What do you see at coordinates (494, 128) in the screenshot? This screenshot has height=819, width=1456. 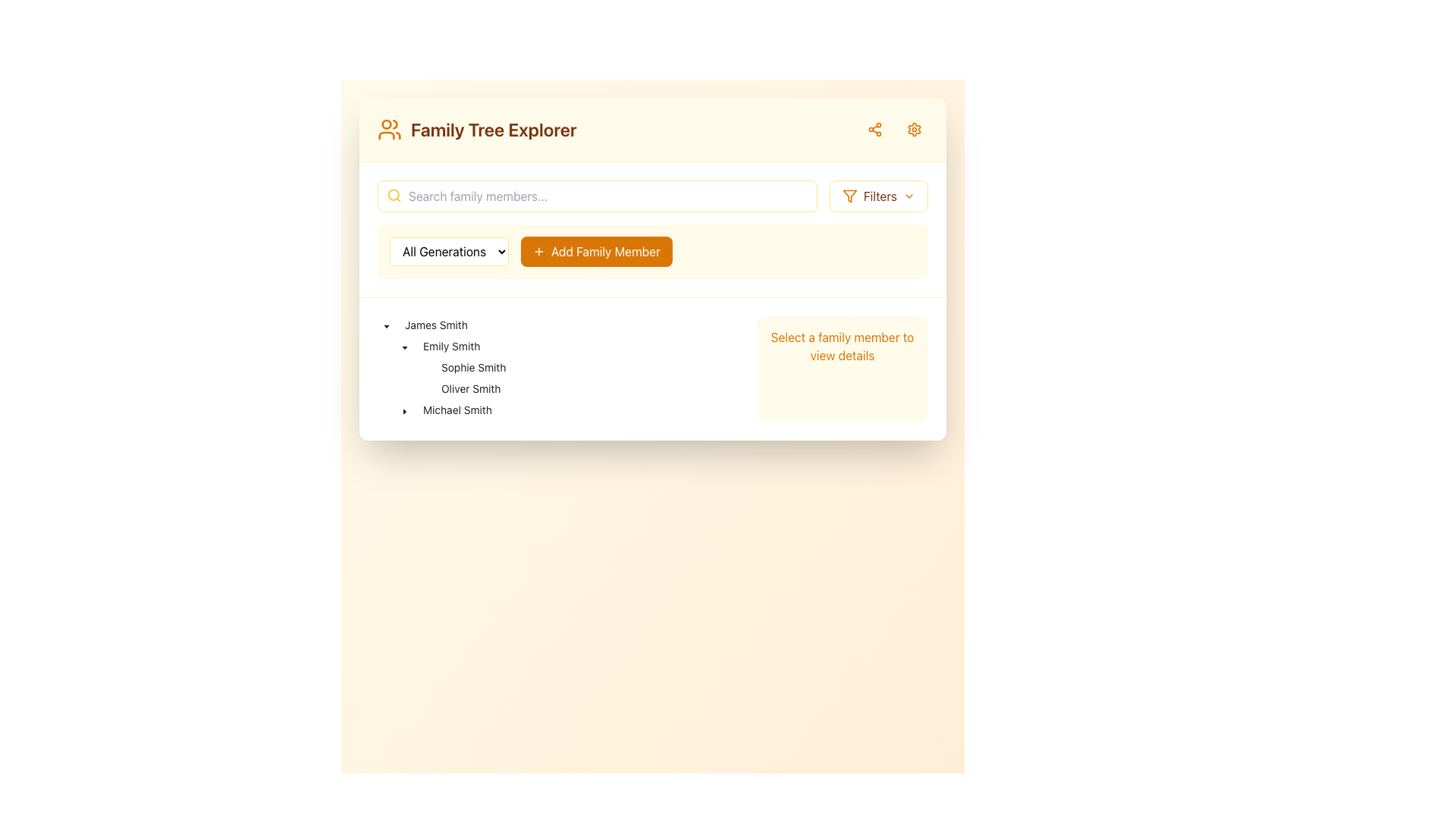 I see `the Static text header that serves as the title or header for the current section, positioned to the right of the user groups icon` at bounding box center [494, 128].